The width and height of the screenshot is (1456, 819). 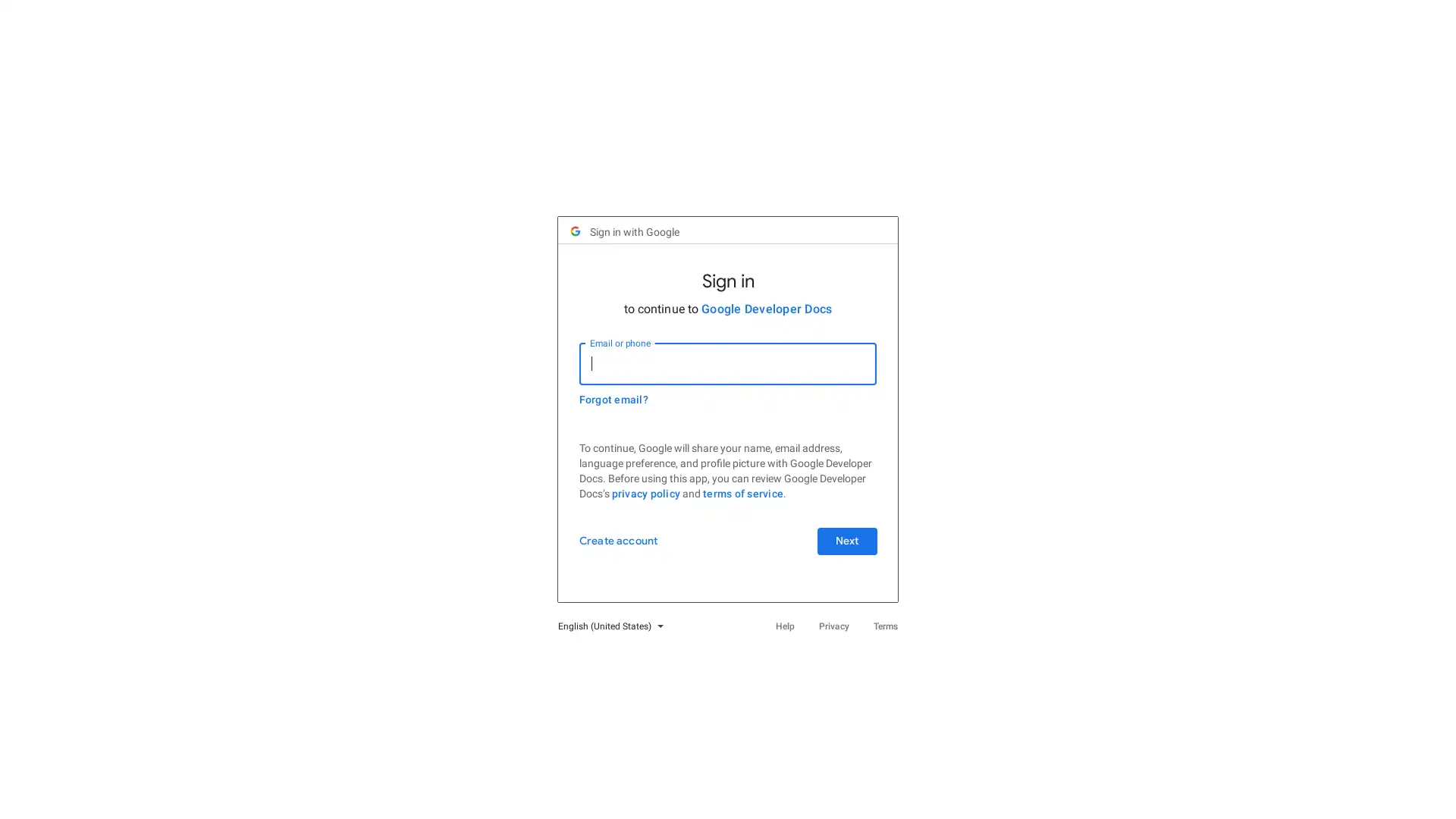 I want to click on Google Developer Docs, so click(x=767, y=307).